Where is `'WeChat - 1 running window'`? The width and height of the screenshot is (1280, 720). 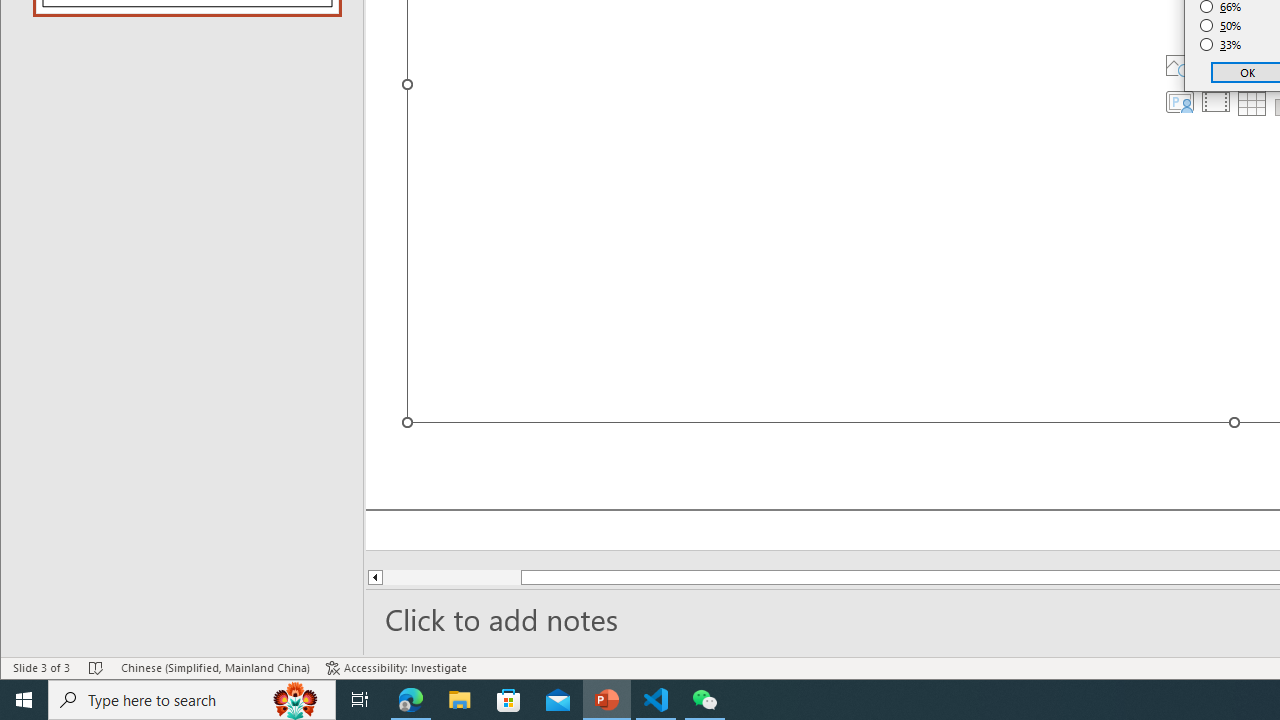
'WeChat - 1 running window' is located at coordinates (705, 698).